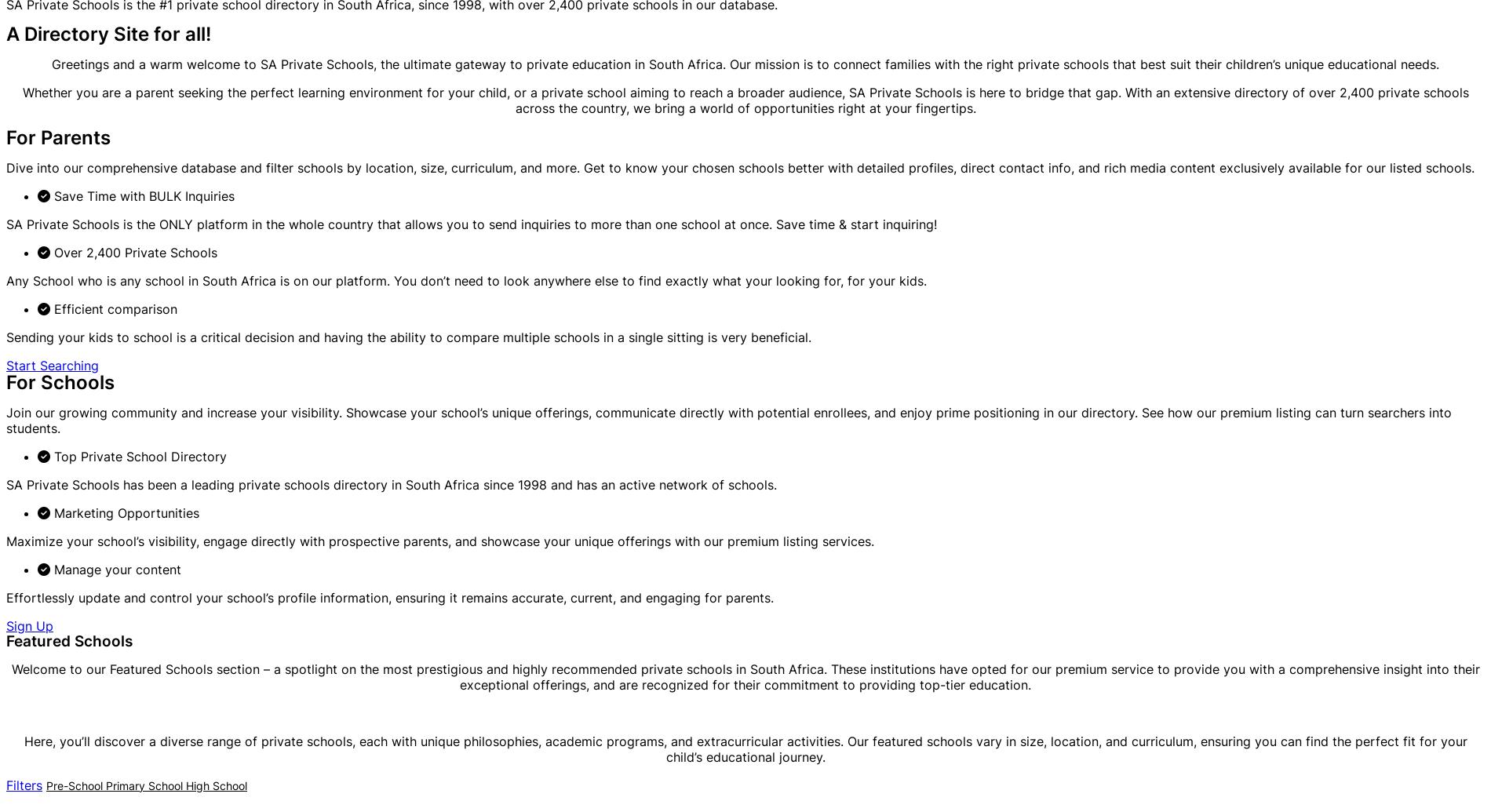 The image size is (1491, 812). I want to click on 'Filters', so click(5, 784).